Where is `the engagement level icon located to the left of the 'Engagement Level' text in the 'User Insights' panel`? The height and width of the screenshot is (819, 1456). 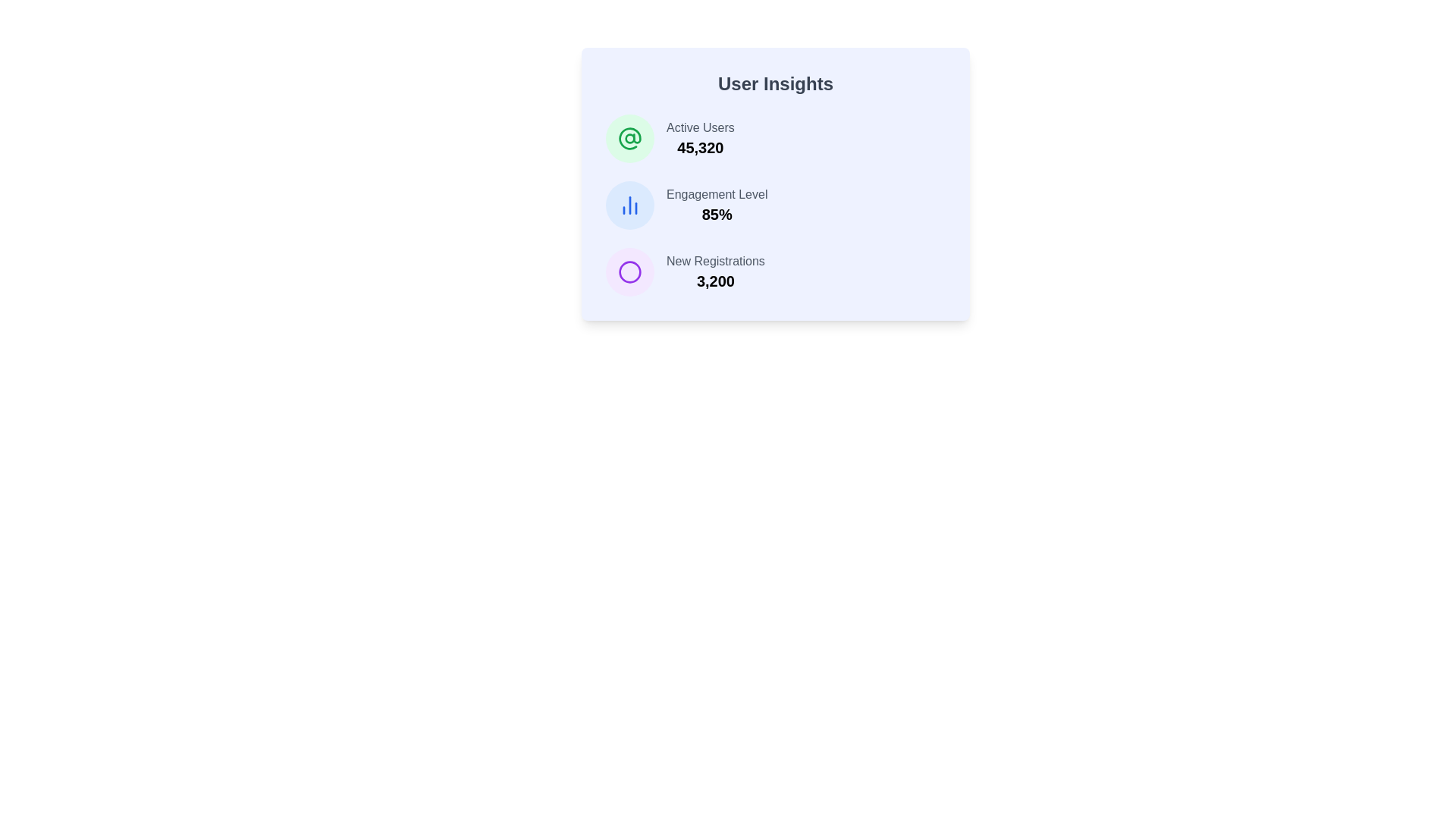 the engagement level icon located to the left of the 'Engagement Level' text in the 'User Insights' panel is located at coordinates (629, 205).